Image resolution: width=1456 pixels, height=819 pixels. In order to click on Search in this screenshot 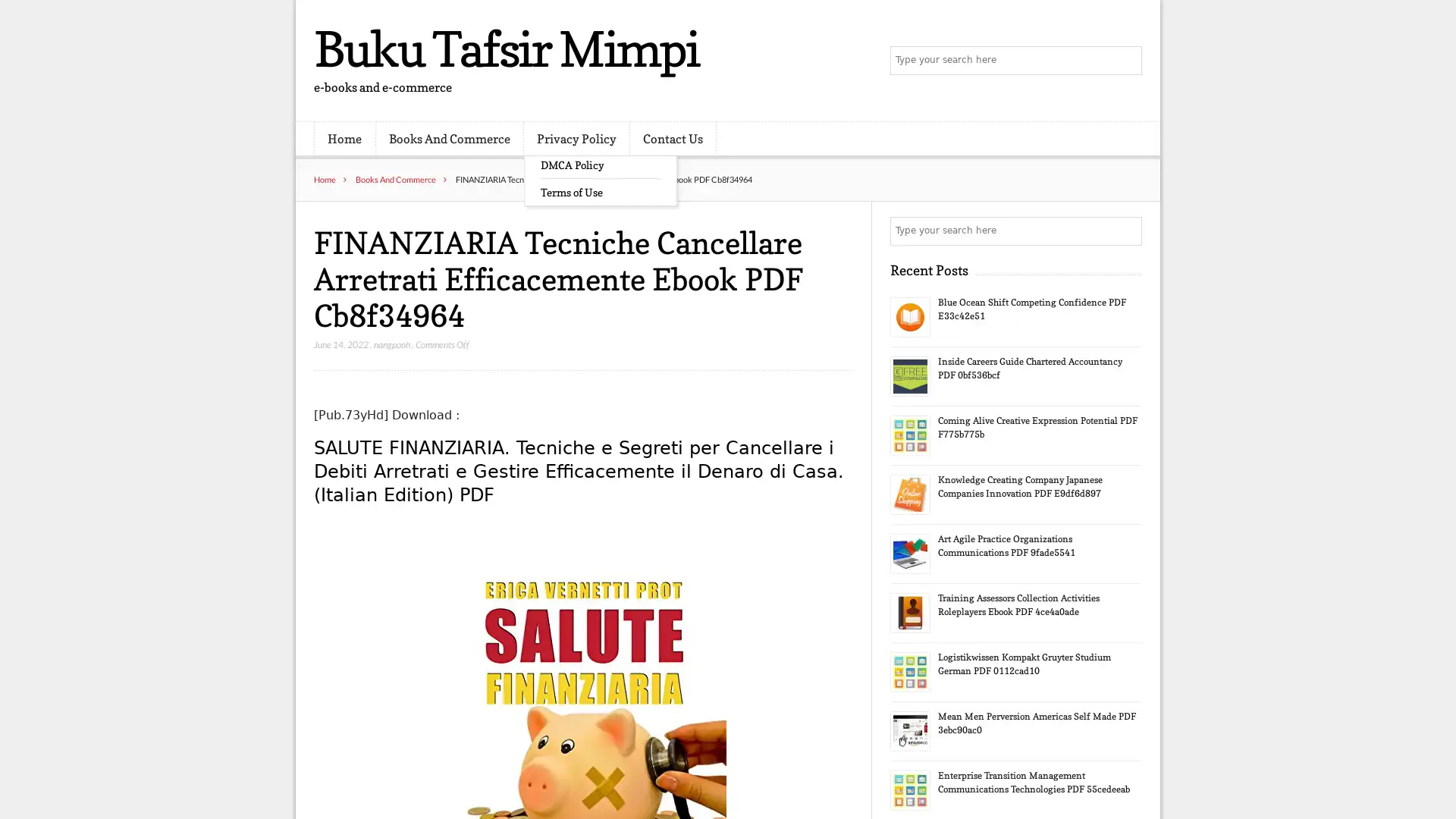, I will do `click(1126, 231)`.